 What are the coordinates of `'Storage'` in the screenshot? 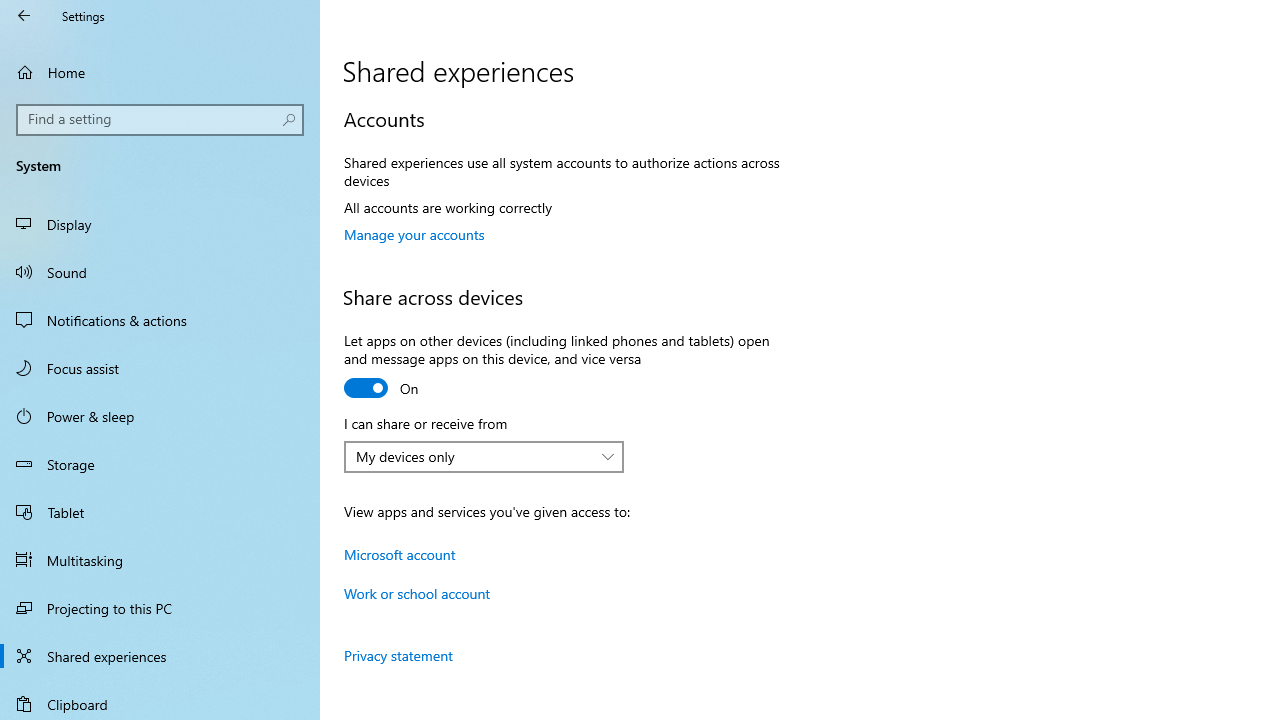 It's located at (160, 464).